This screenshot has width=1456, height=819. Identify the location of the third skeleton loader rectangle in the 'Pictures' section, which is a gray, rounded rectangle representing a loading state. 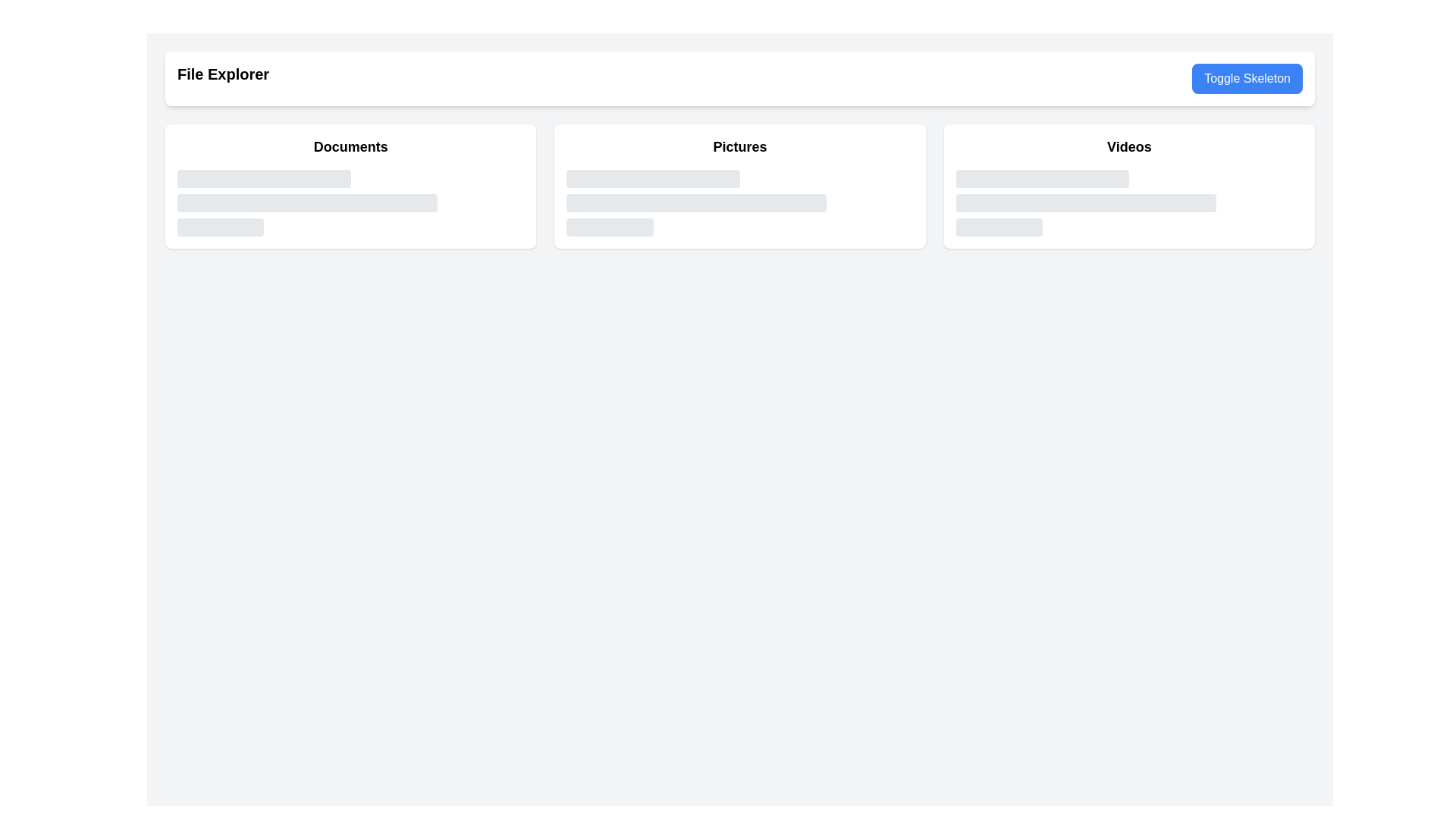
(610, 227).